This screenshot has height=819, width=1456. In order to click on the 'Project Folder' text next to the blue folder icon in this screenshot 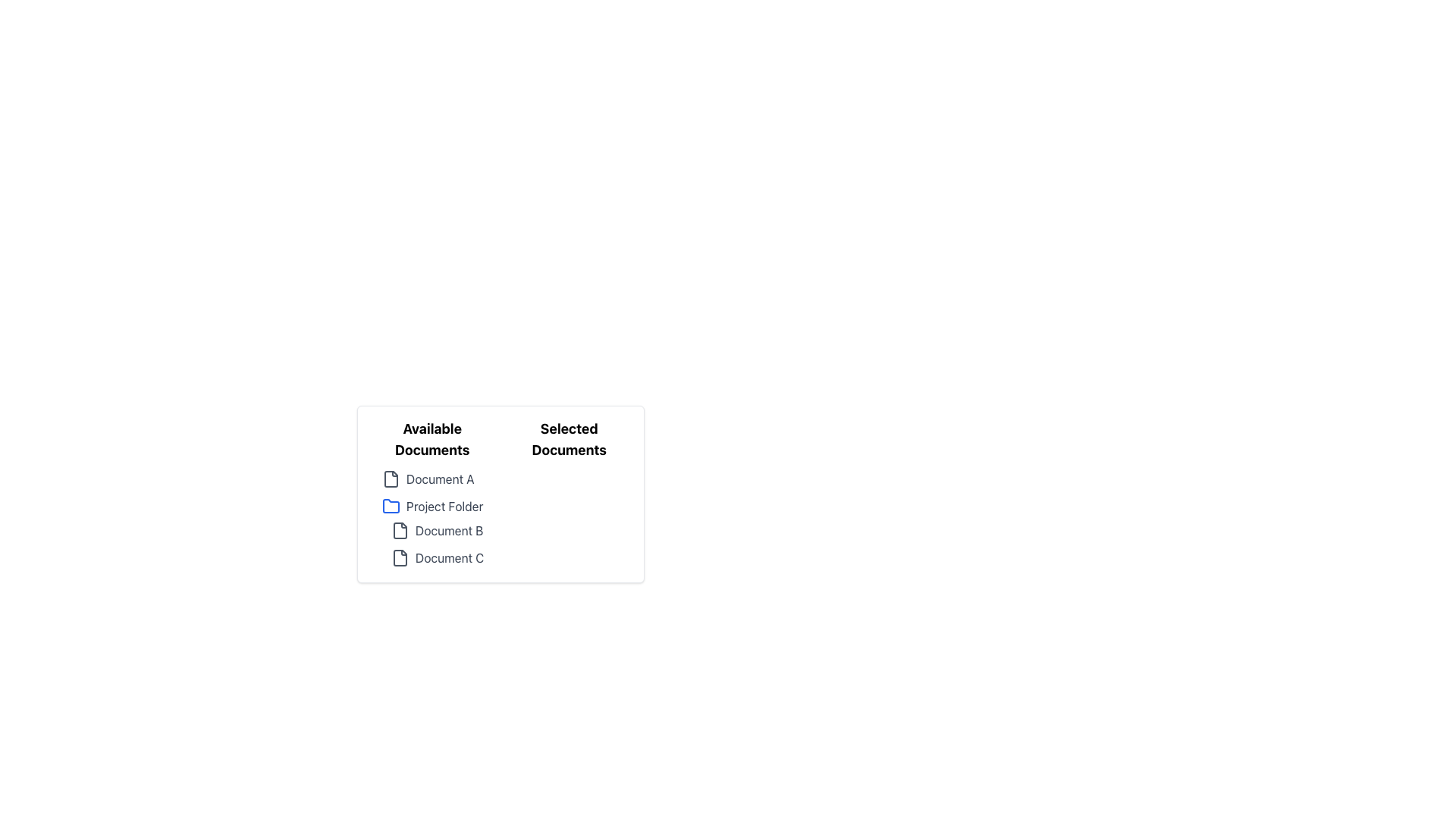, I will do `click(436, 506)`.